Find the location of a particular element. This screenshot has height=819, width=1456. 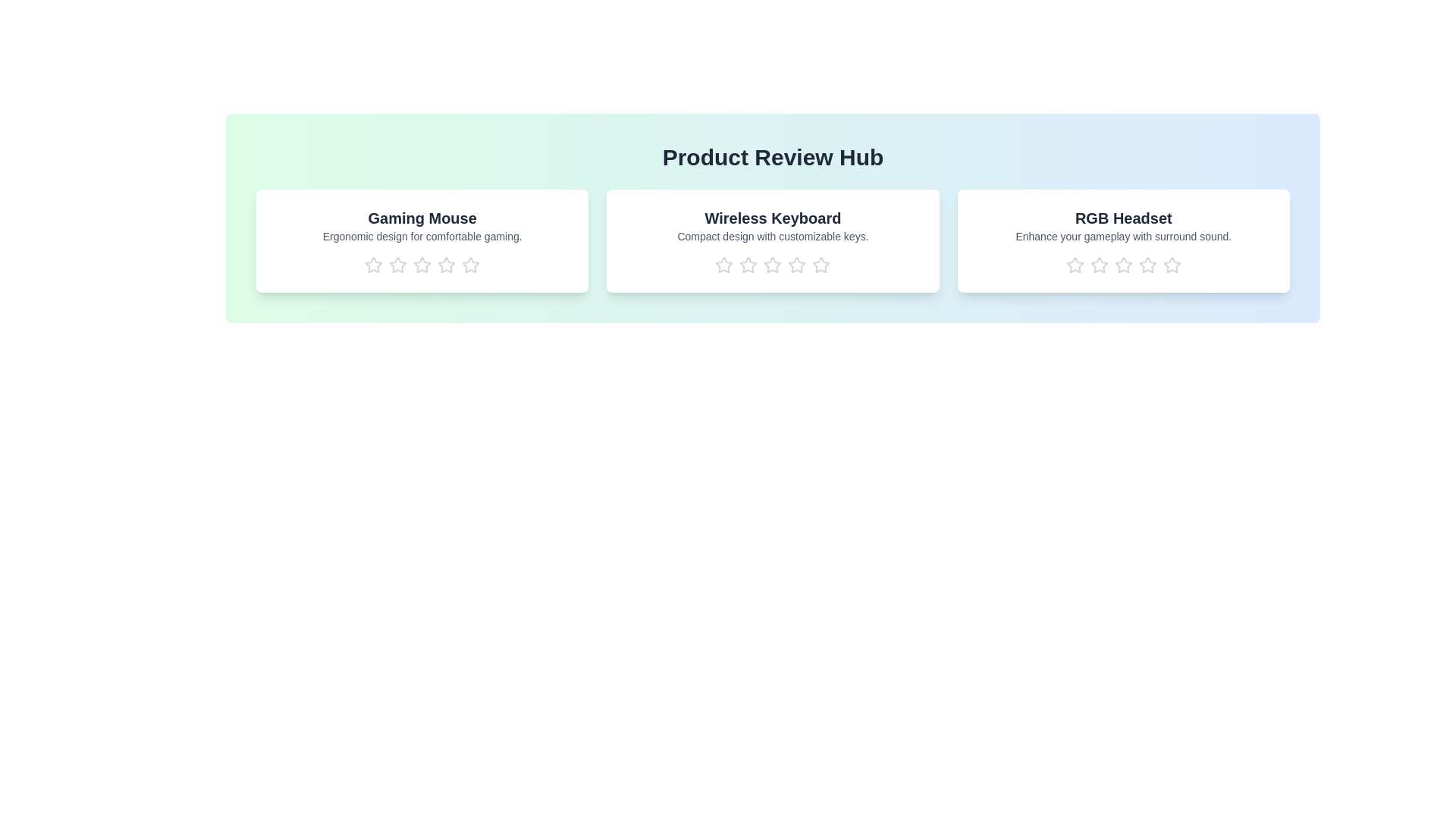

the rating for a product to 3 stars is located at coordinates (422, 265).